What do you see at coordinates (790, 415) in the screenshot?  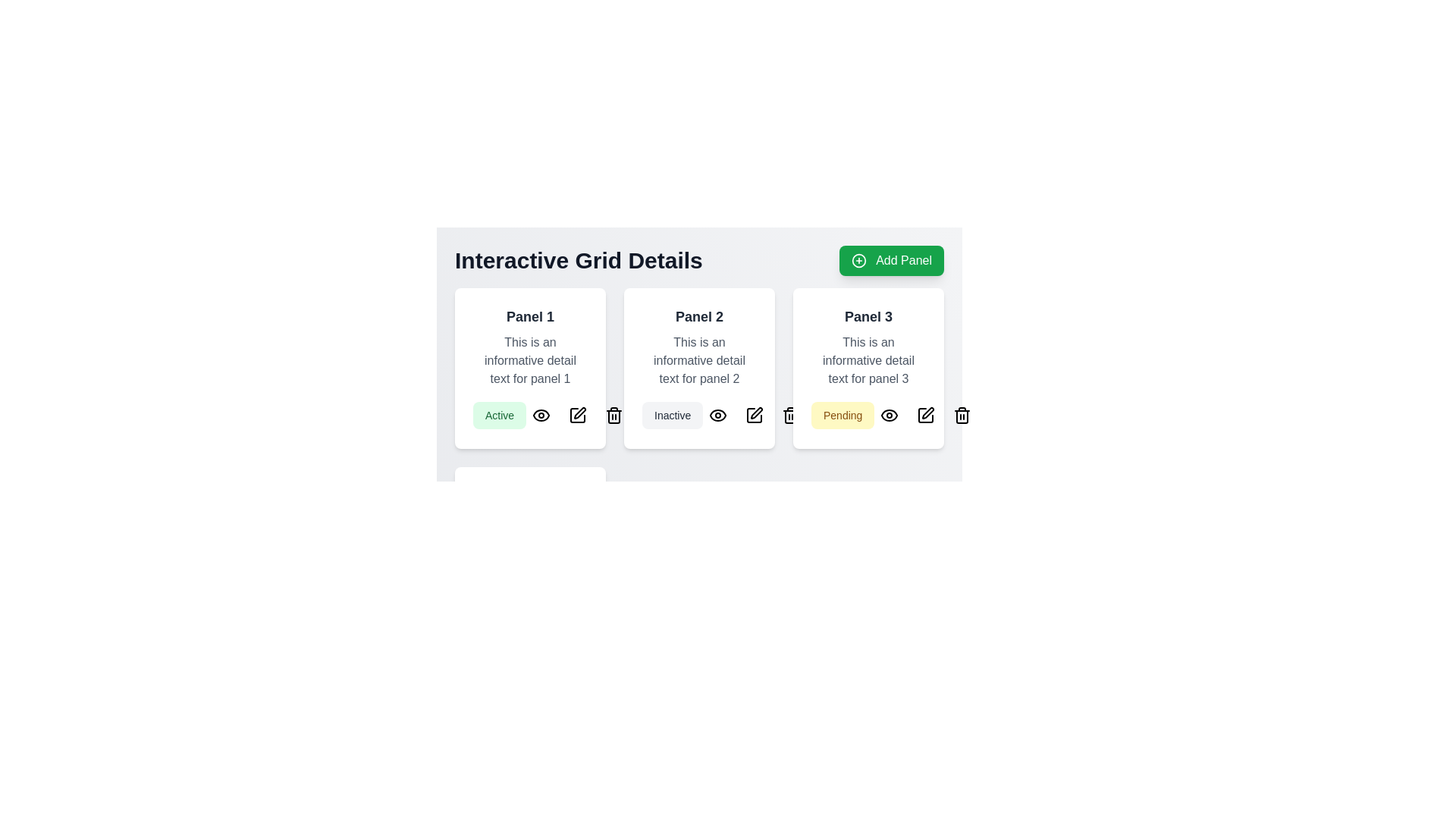 I see `the icon button located in the toolbar beneath 'Panel 3'` at bounding box center [790, 415].